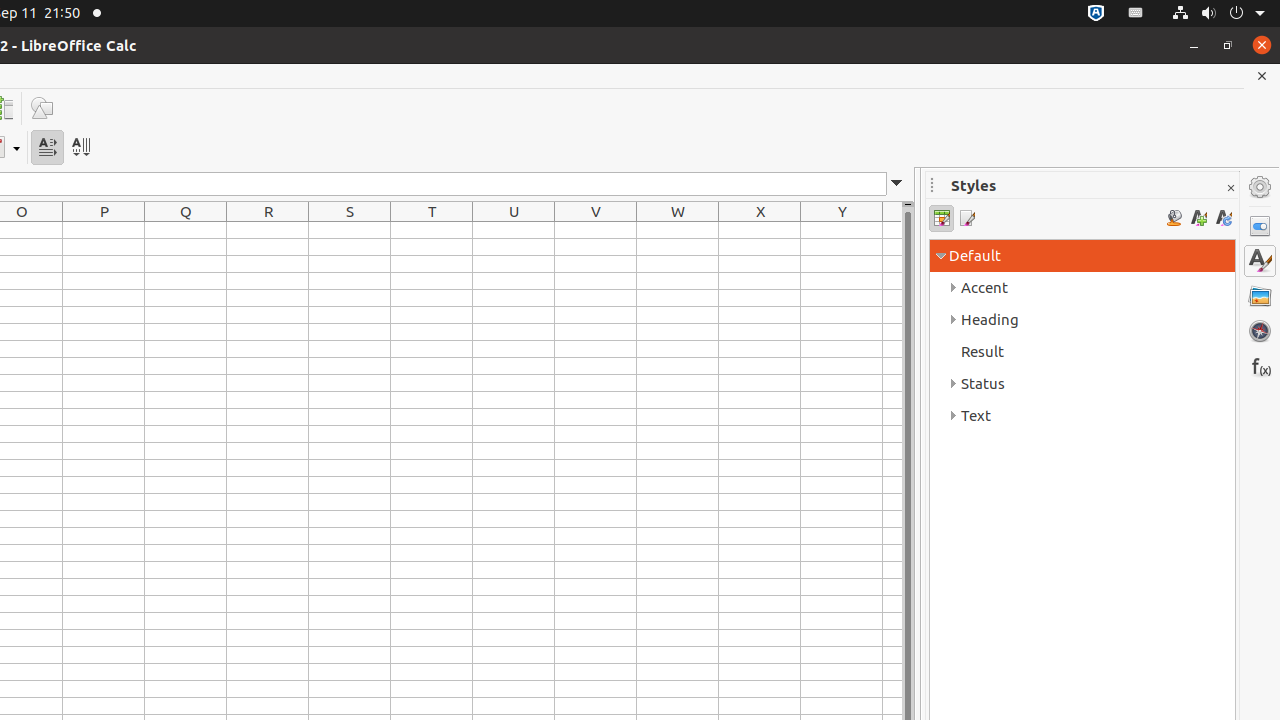  I want to click on 'Q1', so click(185, 229).